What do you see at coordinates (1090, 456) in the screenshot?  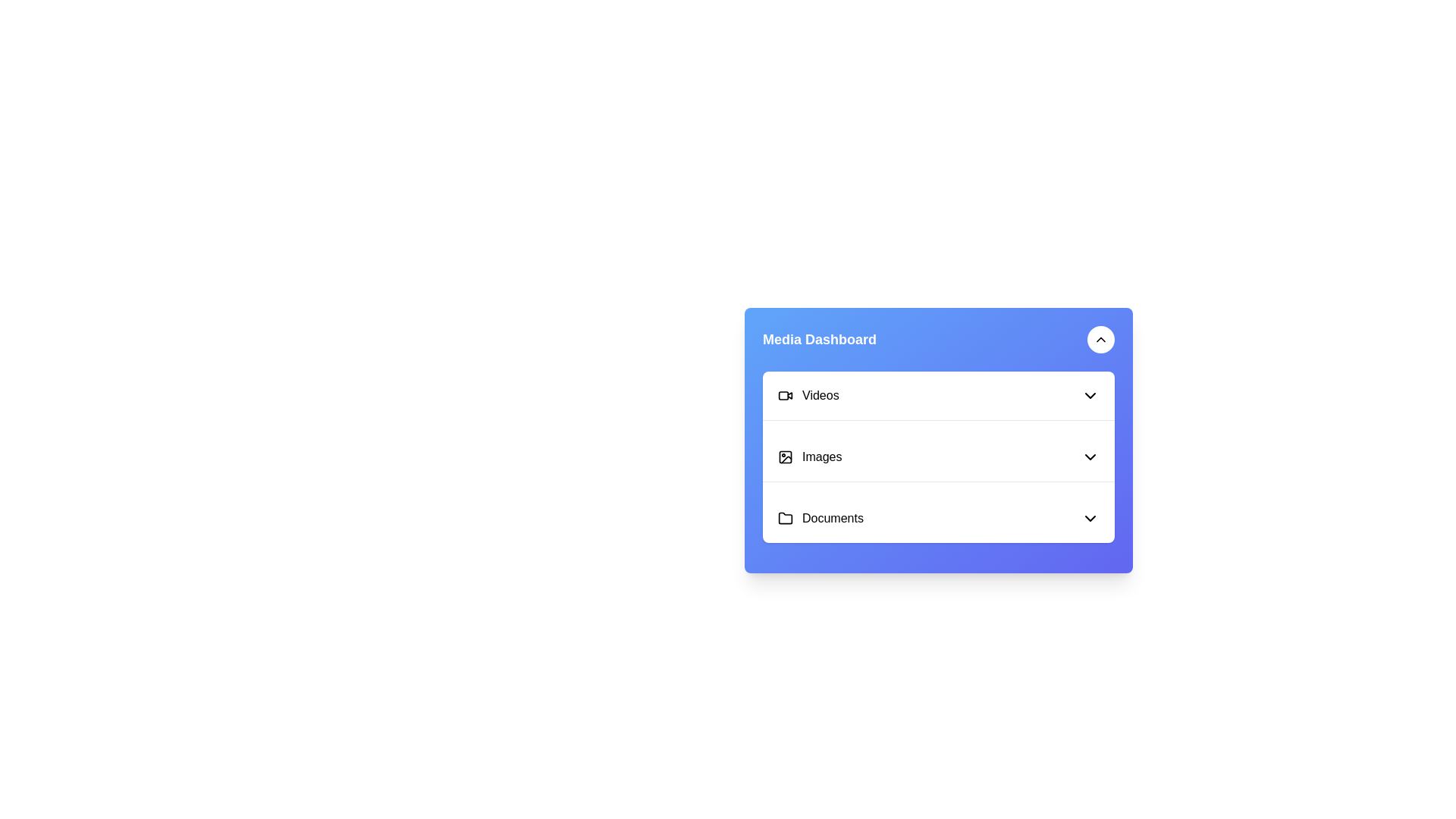 I see `the dropdown indicator icon for the 'Images' section using keyboard navigation` at bounding box center [1090, 456].